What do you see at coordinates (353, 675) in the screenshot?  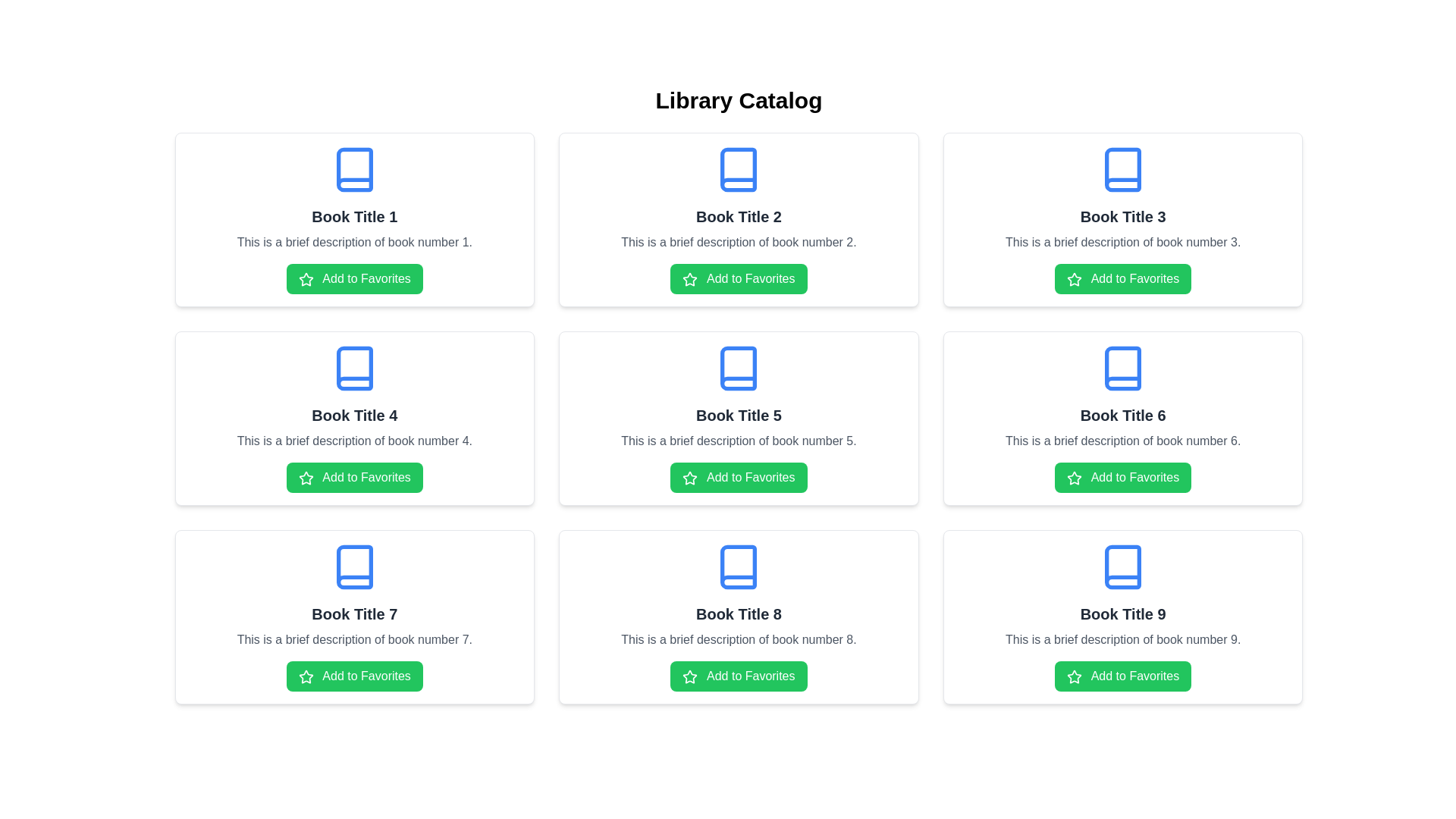 I see `the button` at bounding box center [353, 675].